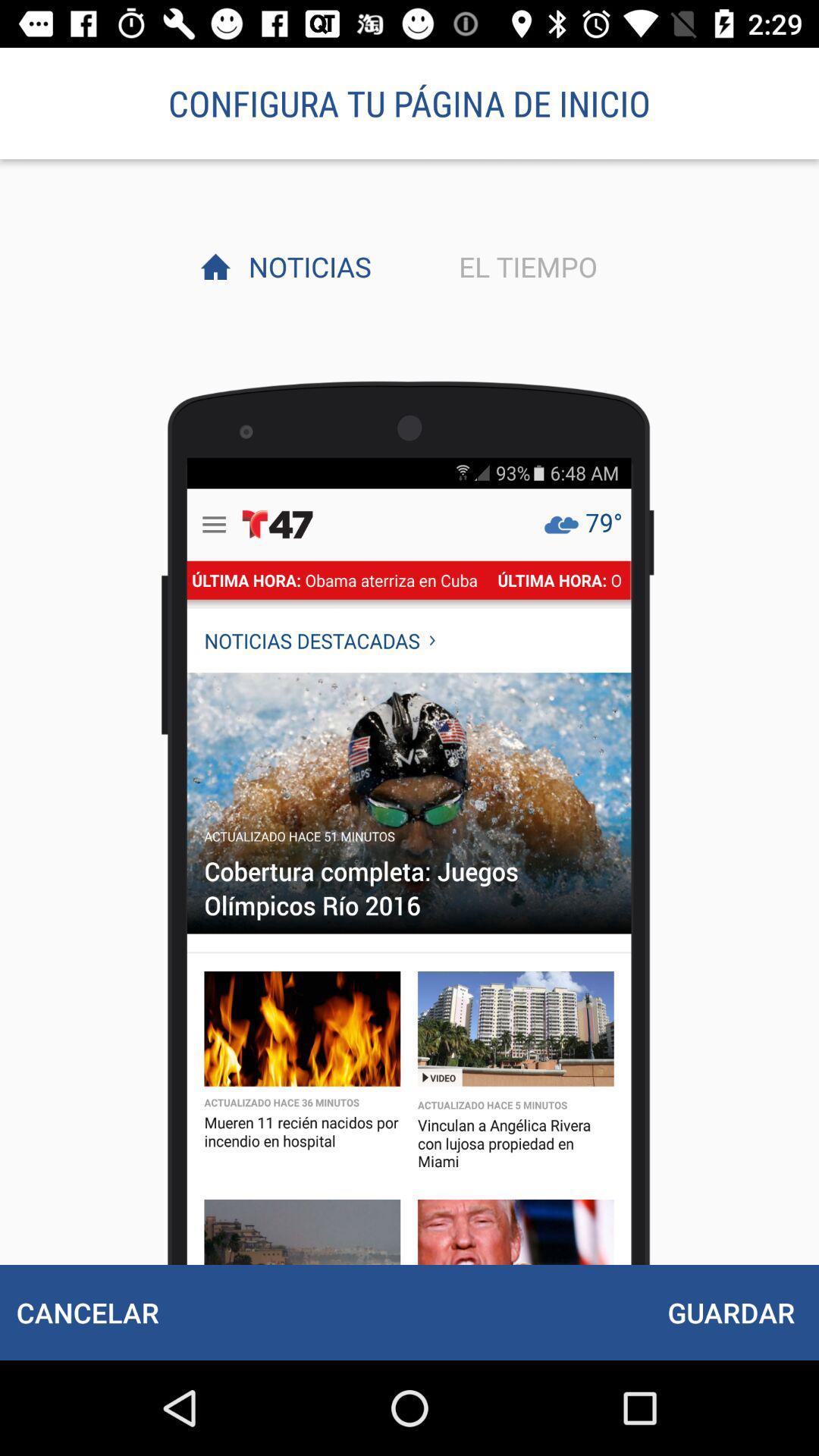 The height and width of the screenshot is (1456, 819). Describe the element at coordinates (730, 1312) in the screenshot. I see `item below el tiempo` at that location.